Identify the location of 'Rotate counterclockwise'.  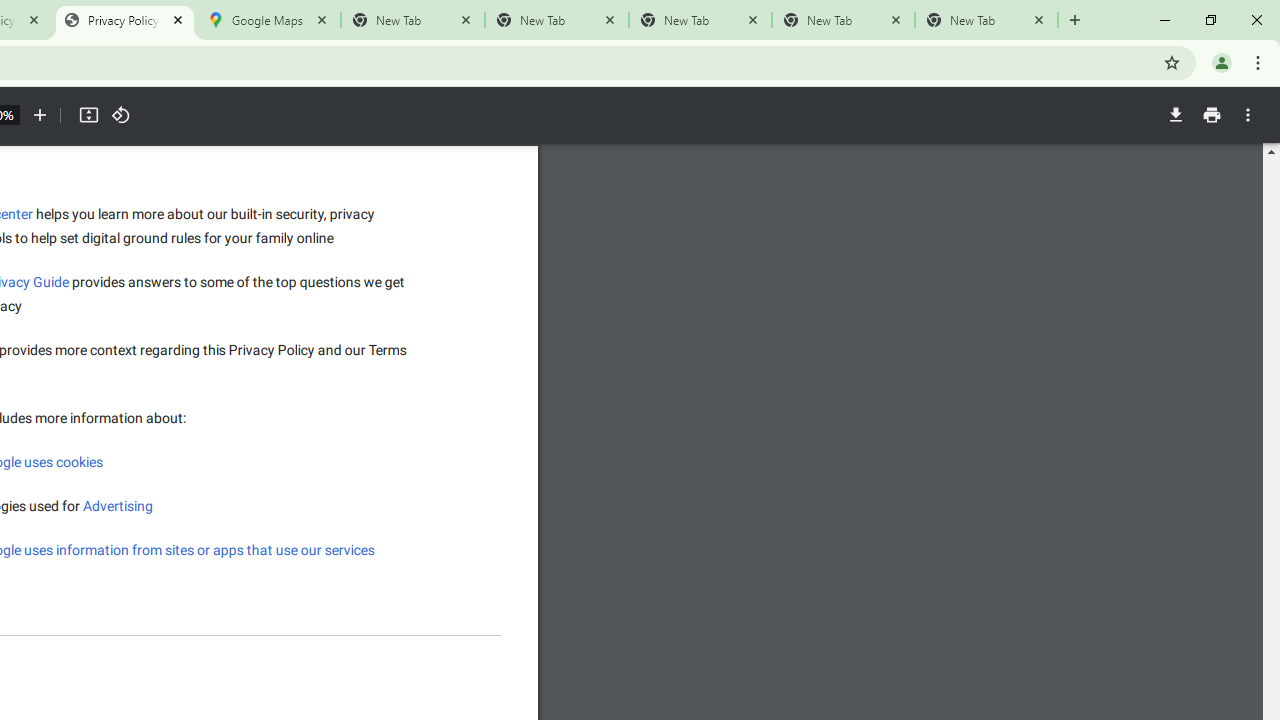
(119, 115).